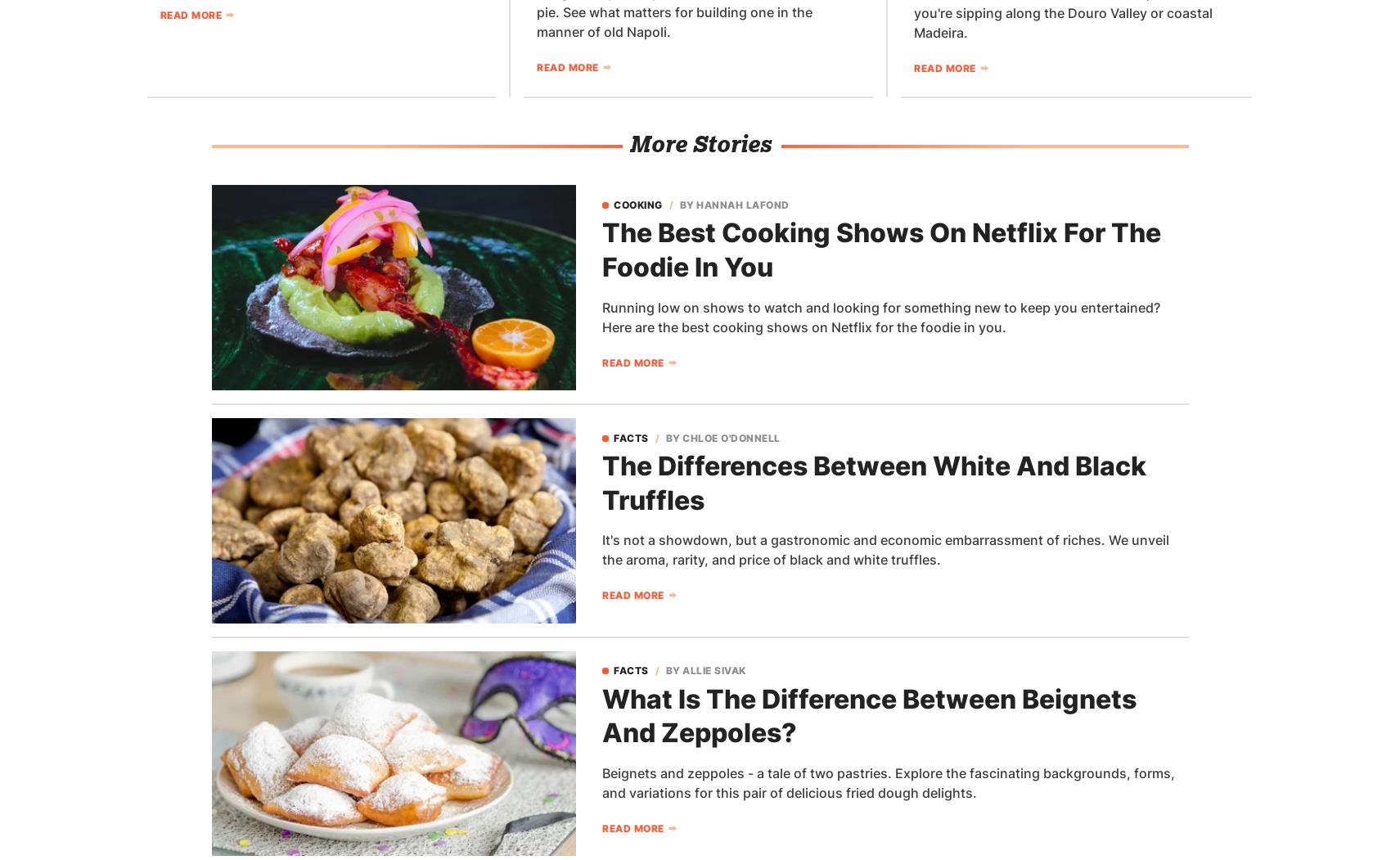  Describe the element at coordinates (601, 315) in the screenshot. I see `'Running low on shows to watch and looking for something new to keep you entertained? Here are the best cooking shows on Netflix for the foodie in you.'` at that location.